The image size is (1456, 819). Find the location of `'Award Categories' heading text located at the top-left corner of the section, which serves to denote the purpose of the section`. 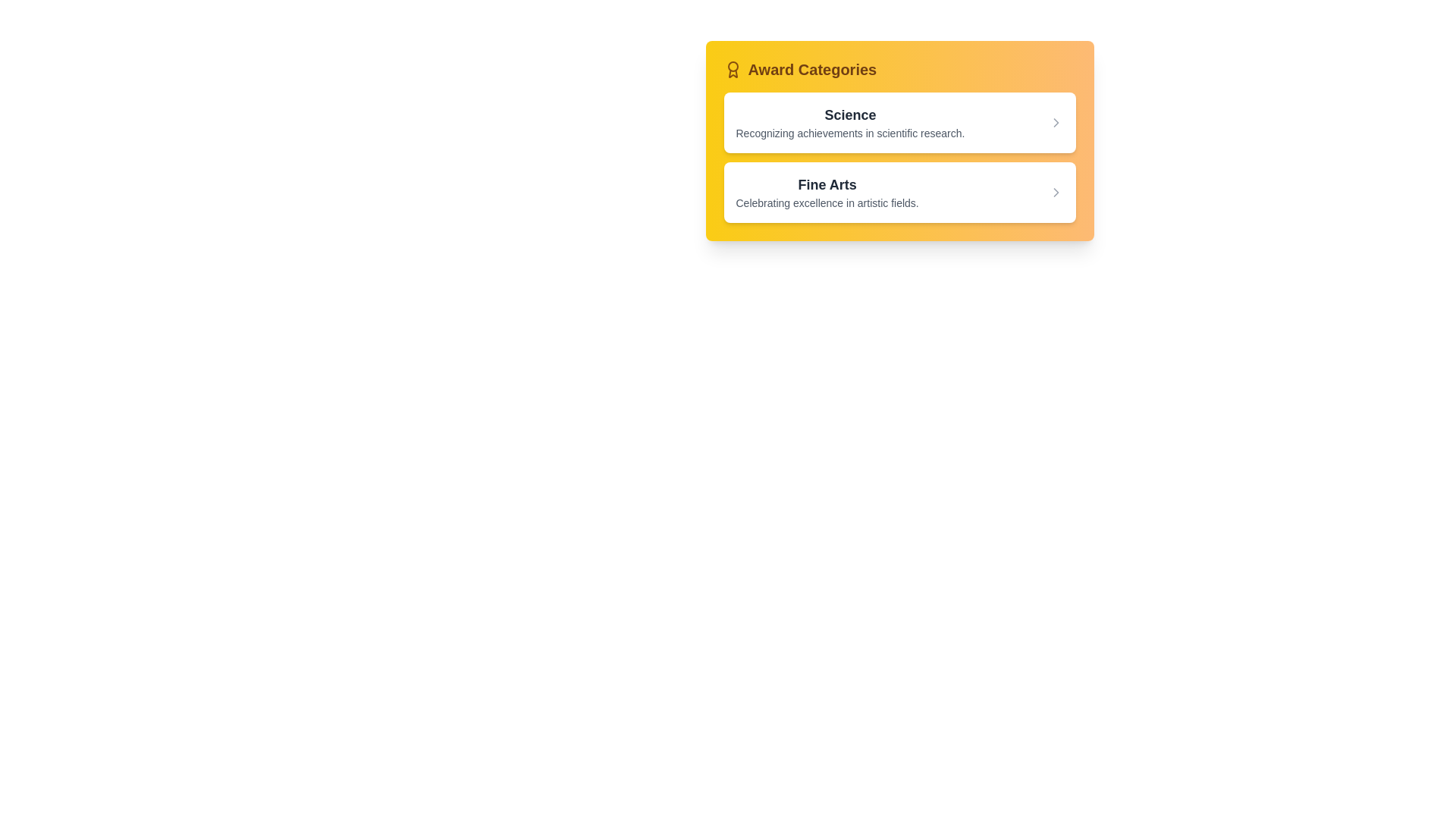

'Award Categories' heading text located at the top-left corner of the section, which serves to denote the purpose of the section is located at coordinates (799, 70).